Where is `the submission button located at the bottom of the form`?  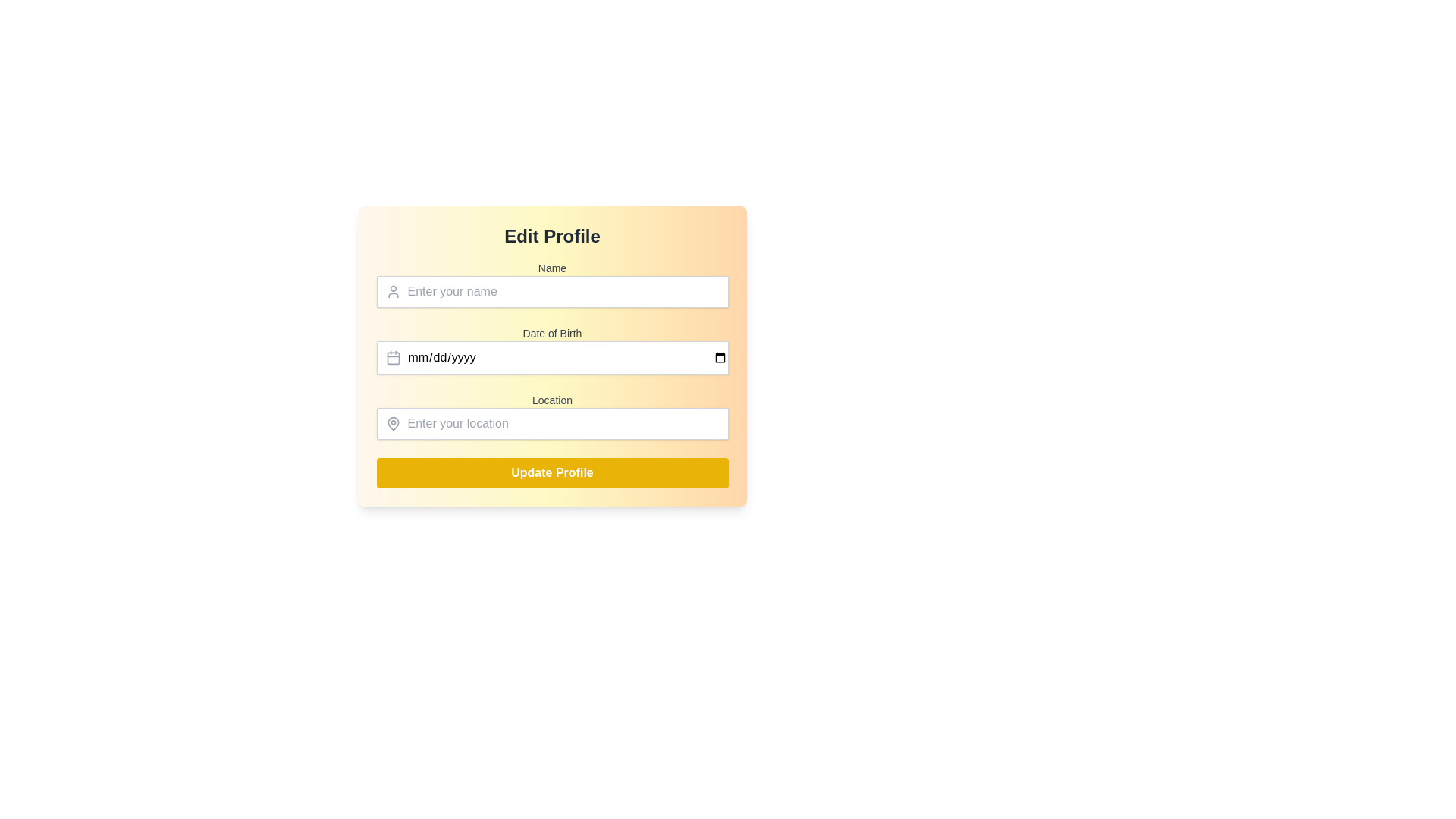 the submission button located at the bottom of the form is located at coordinates (551, 472).